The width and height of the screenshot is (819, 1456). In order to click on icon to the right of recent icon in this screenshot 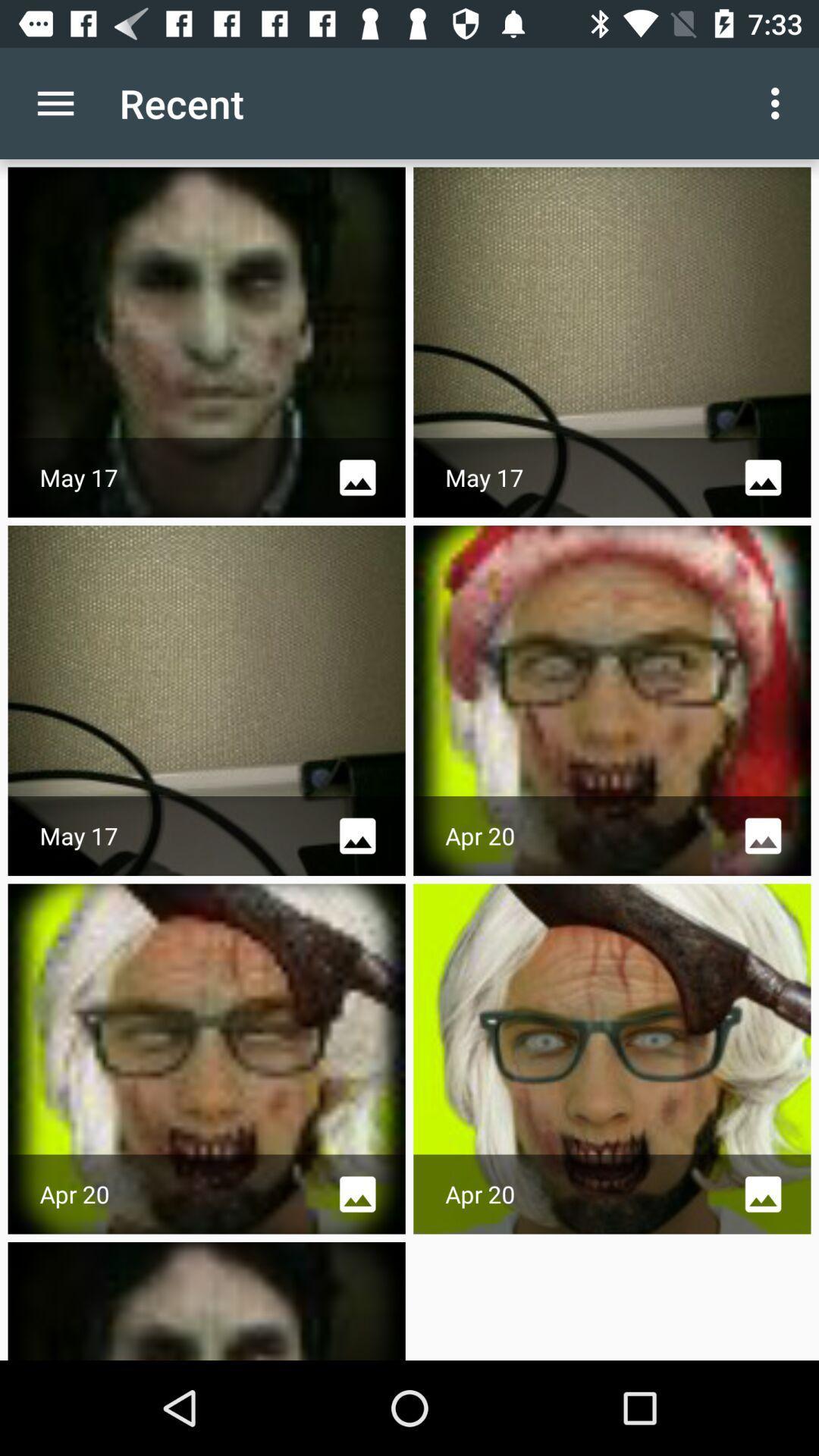, I will do `click(779, 102)`.